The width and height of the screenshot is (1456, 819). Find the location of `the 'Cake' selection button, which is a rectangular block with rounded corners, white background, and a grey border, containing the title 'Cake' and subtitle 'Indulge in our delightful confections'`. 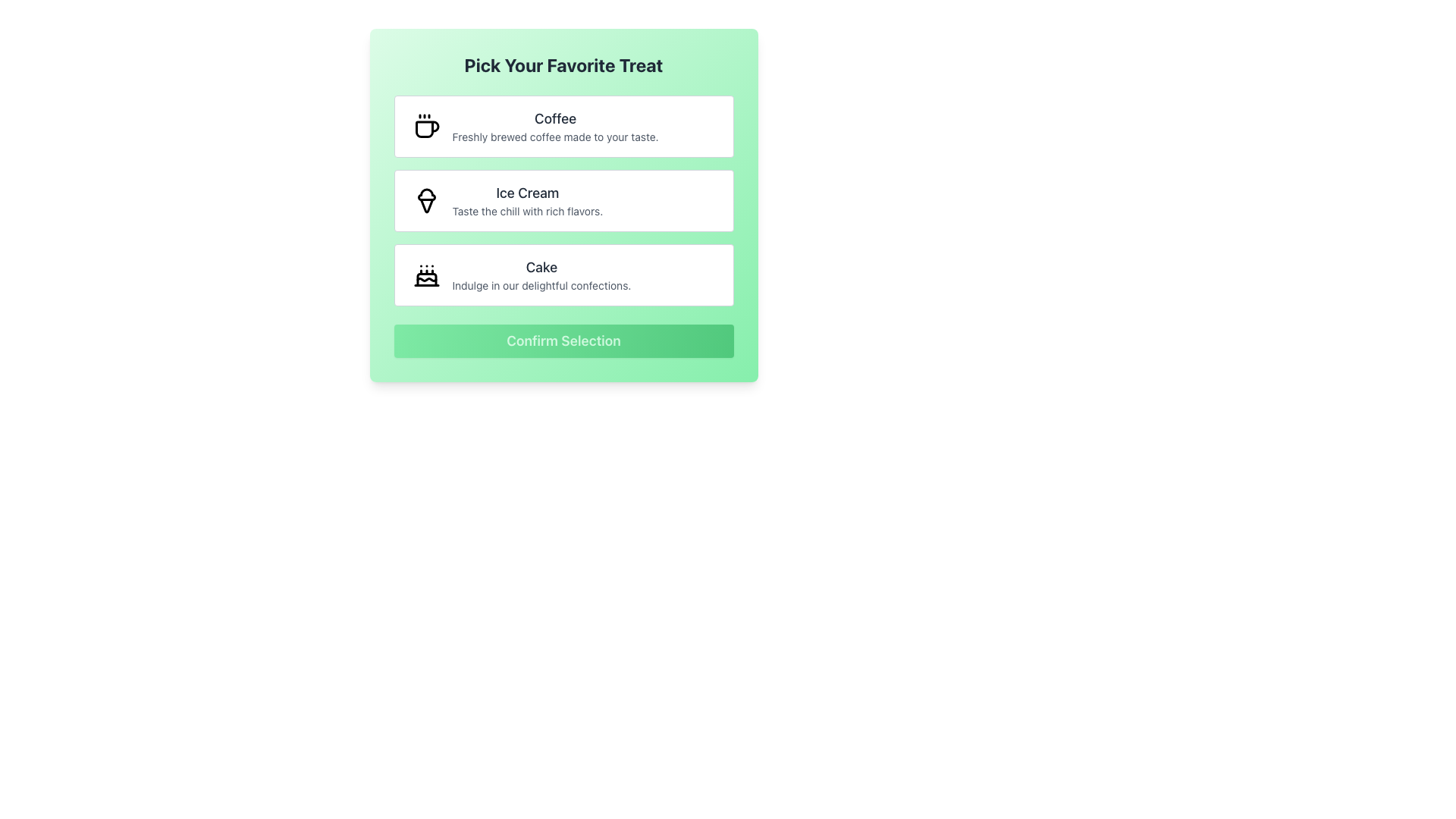

the 'Cake' selection button, which is a rectangular block with rounded corners, white background, and a grey border, containing the title 'Cake' and subtitle 'Indulge in our delightful confections' is located at coordinates (563, 275).